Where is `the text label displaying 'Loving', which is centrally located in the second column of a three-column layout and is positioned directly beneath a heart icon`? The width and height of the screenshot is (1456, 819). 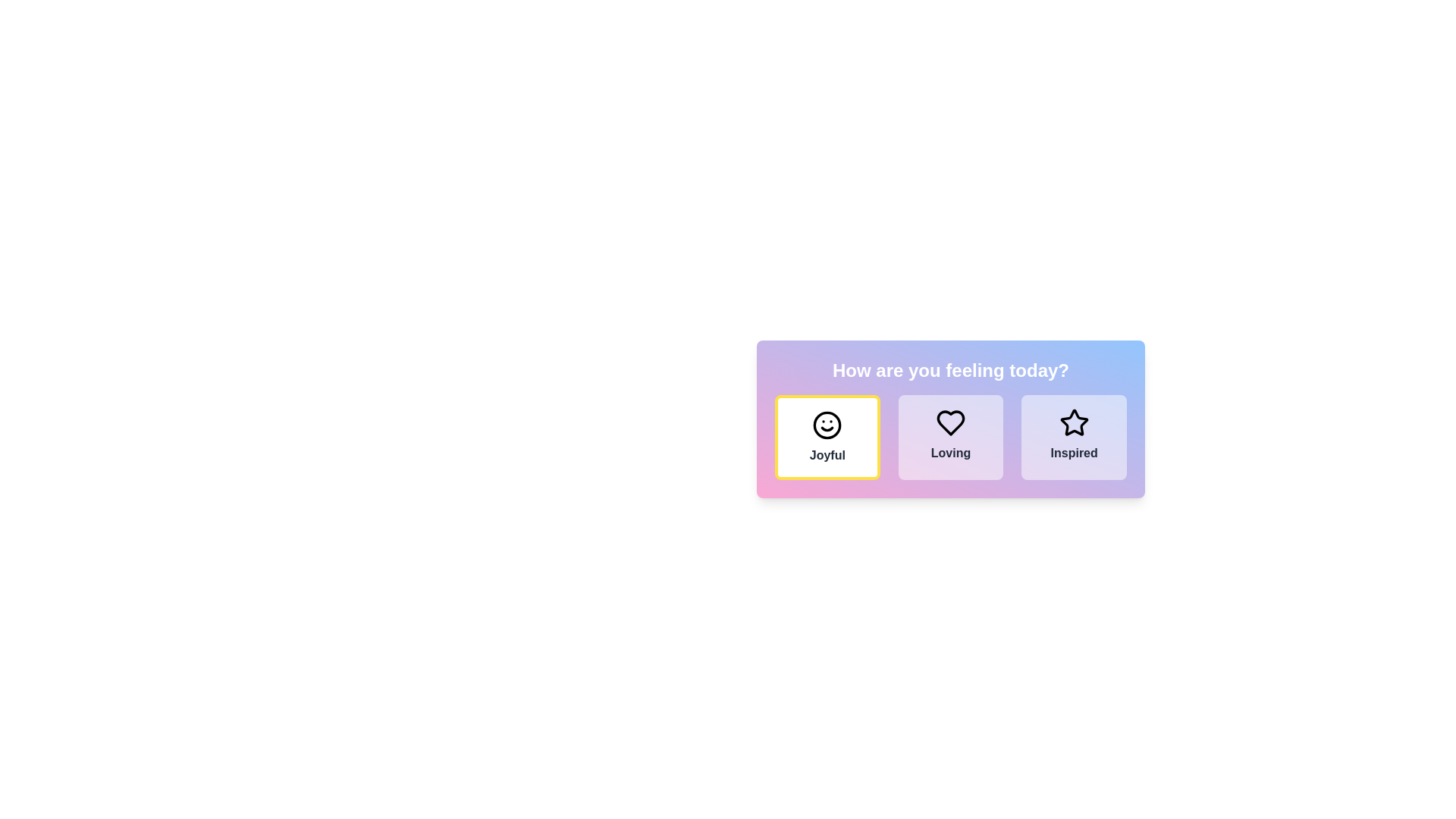
the text label displaying 'Loving', which is centrally located in the second column of a three-column layout and is positioned directly beneath a heart icon is located at coordinates (949, 452).